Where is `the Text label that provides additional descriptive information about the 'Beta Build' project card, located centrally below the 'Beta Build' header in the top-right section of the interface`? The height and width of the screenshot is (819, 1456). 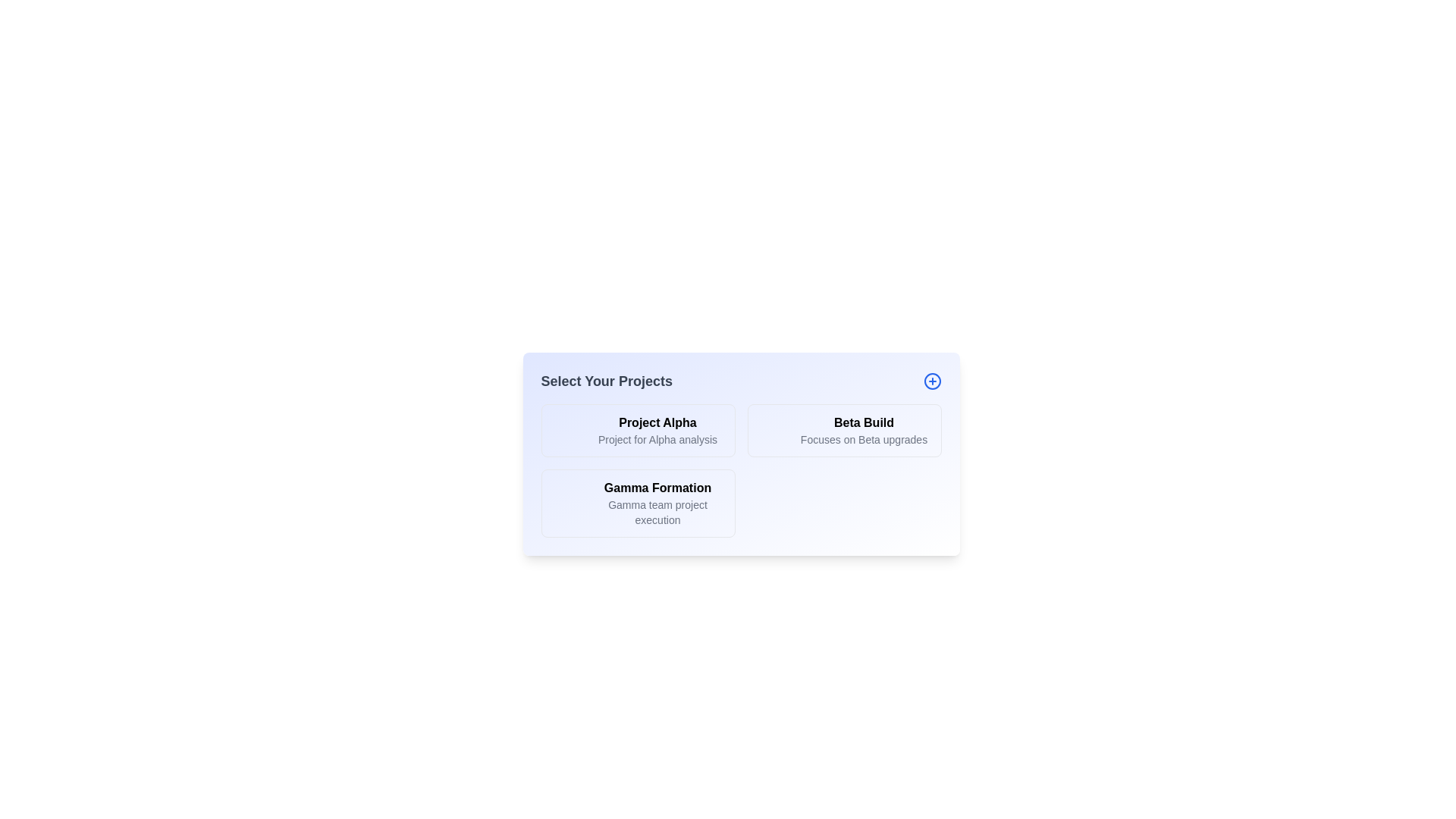 the Text label that provides additional descriptive information about the 'Beta Build' project card, located centrally below the 'Beta Build' header in the top-right section of the interface is located at coordinates (864, 439).